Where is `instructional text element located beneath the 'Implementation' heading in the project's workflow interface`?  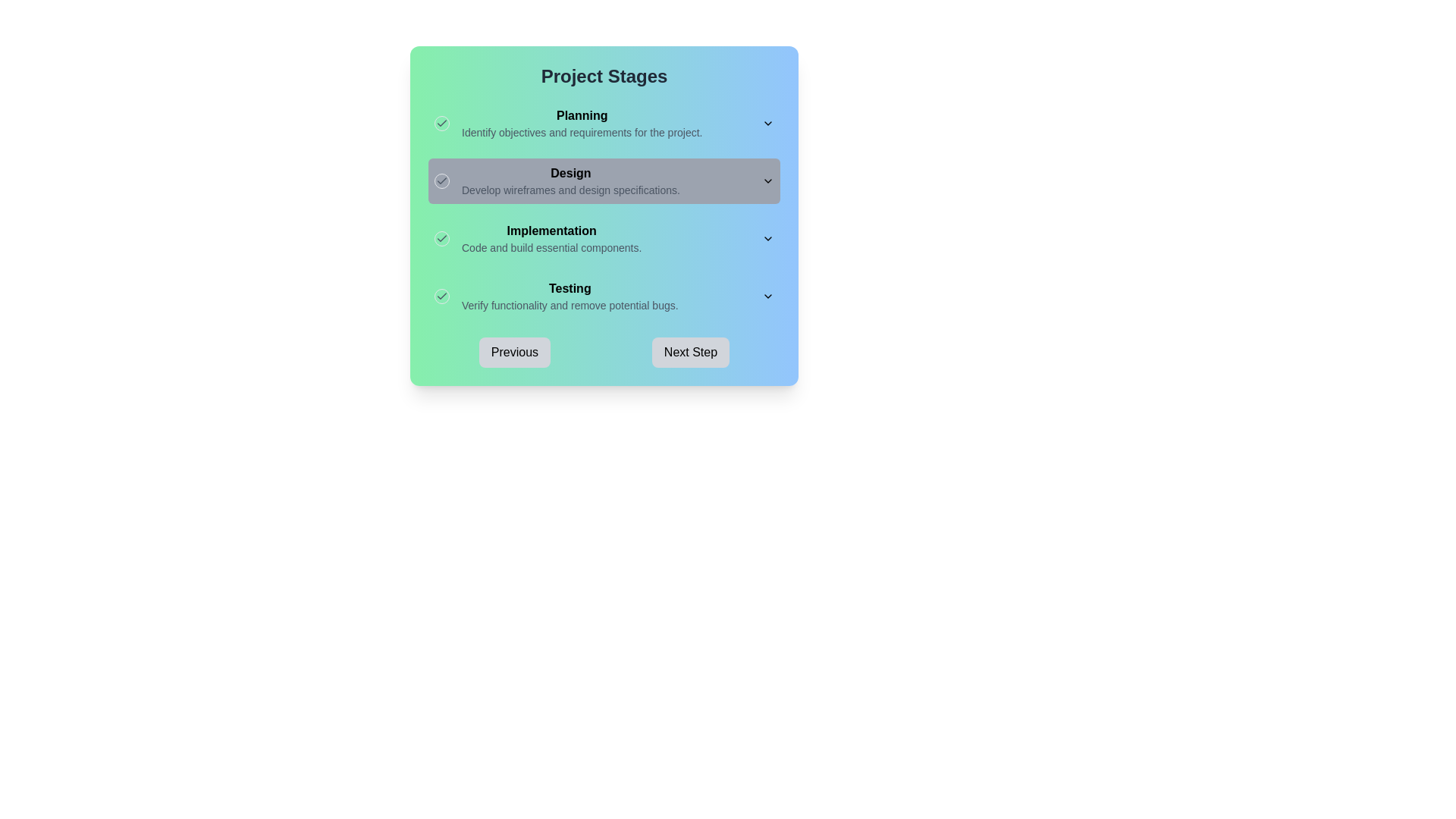
instructional text element located beneath the 'Implementation' heading in the project's workflow interface is located at coordinates (551, 247).